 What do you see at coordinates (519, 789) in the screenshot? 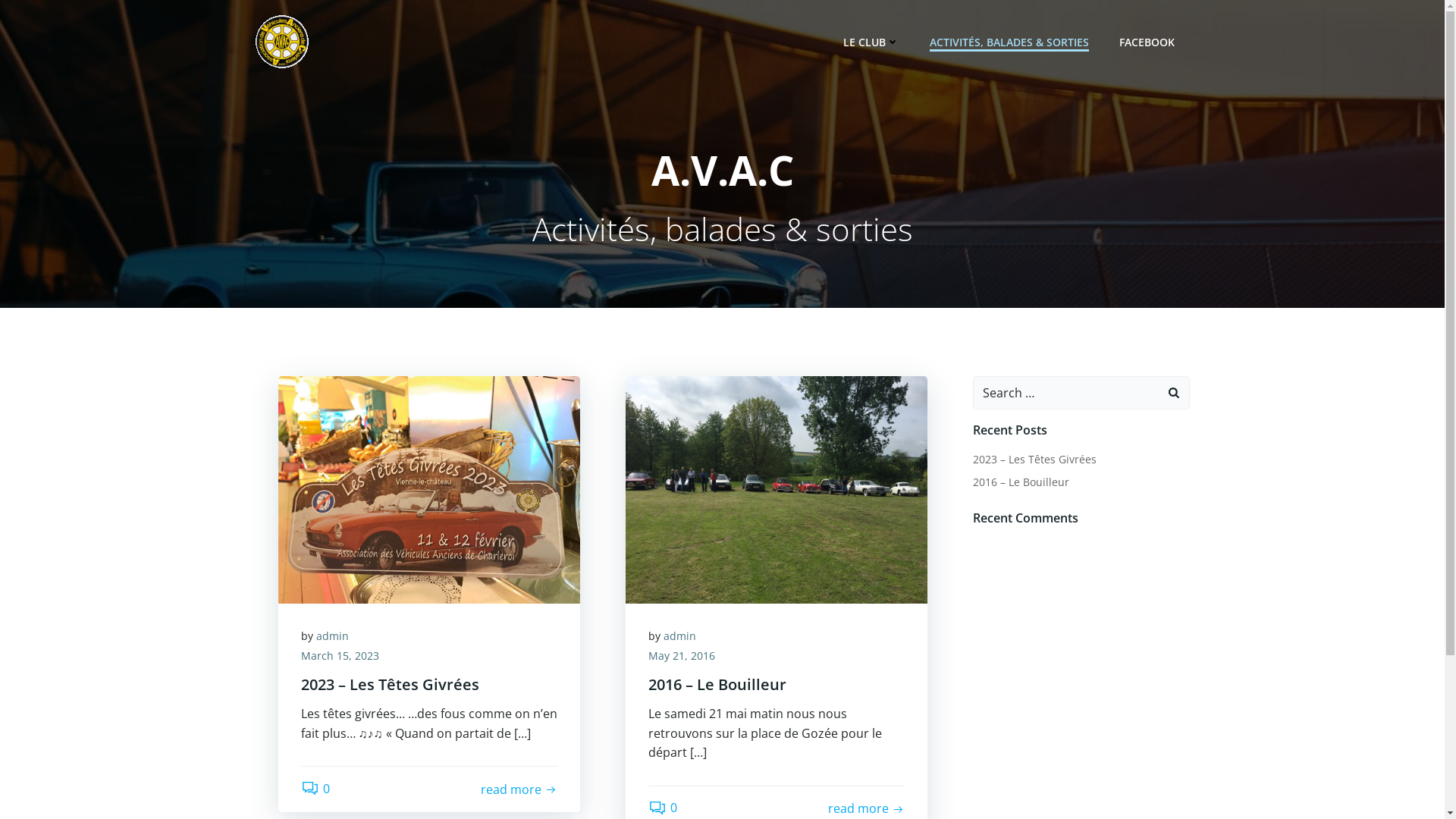
I see `'read more'` at bounding box center [519, 789].